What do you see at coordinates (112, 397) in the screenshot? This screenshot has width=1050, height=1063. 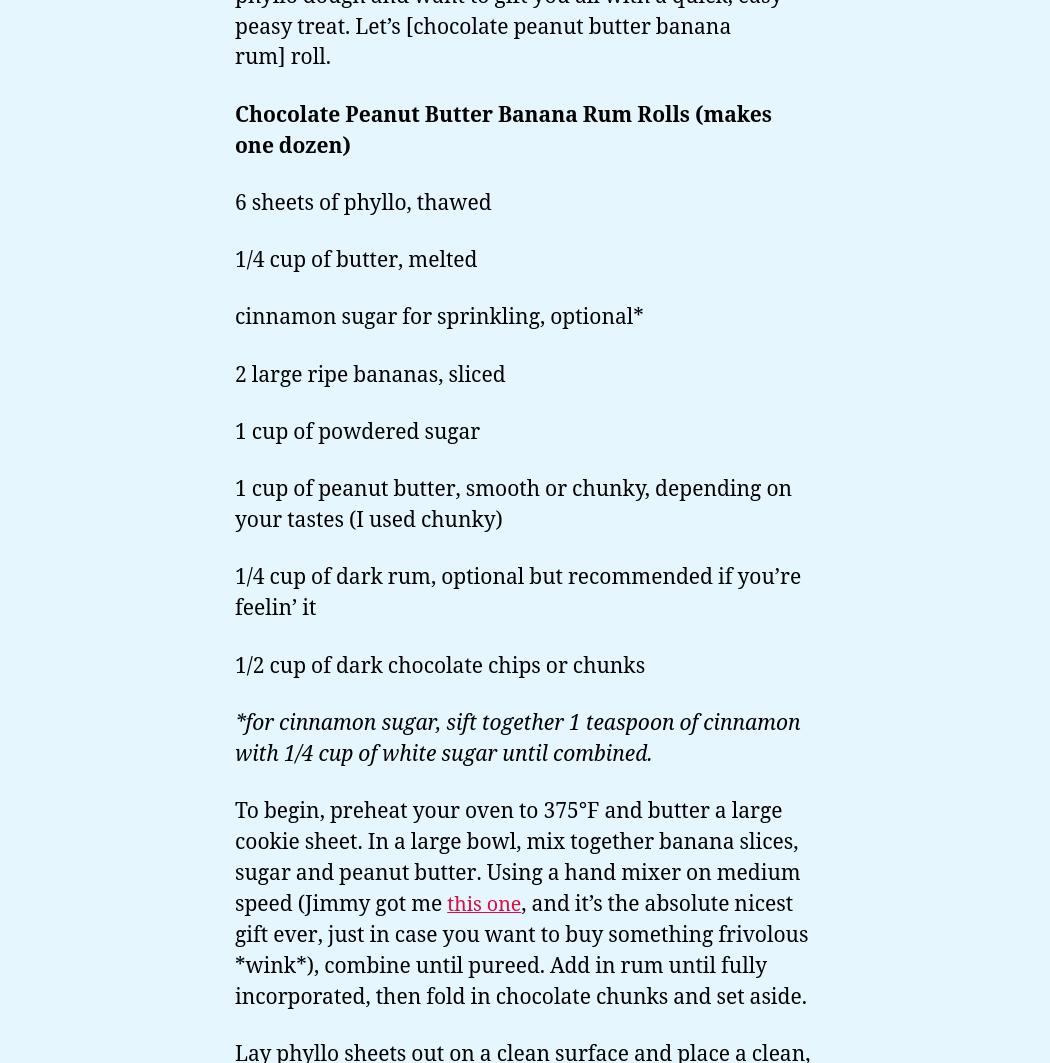 I see `'No-Bake Recipes'` at bounding box center [112, 397].